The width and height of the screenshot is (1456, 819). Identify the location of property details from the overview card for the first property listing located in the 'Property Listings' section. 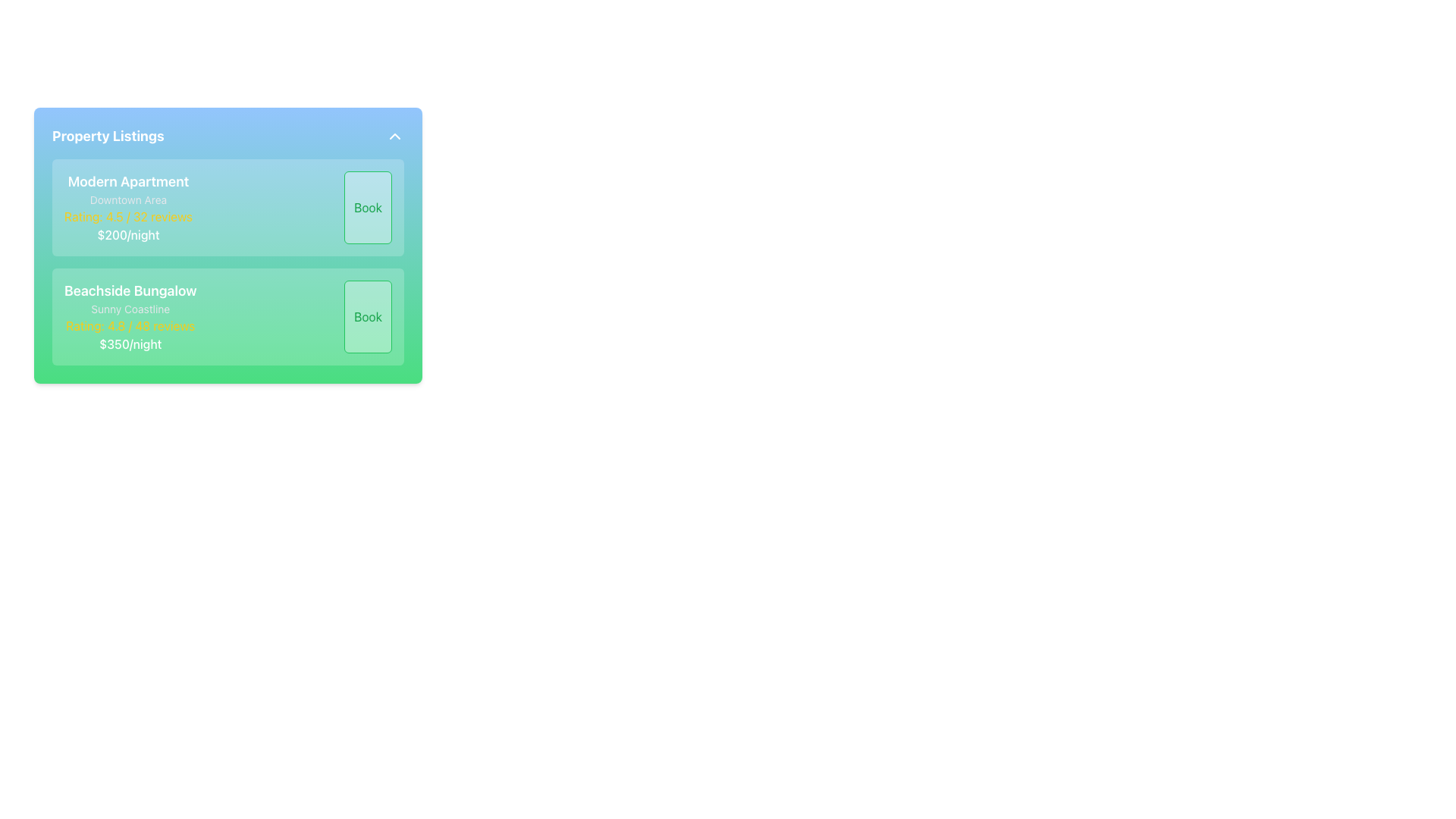
(227, 207).